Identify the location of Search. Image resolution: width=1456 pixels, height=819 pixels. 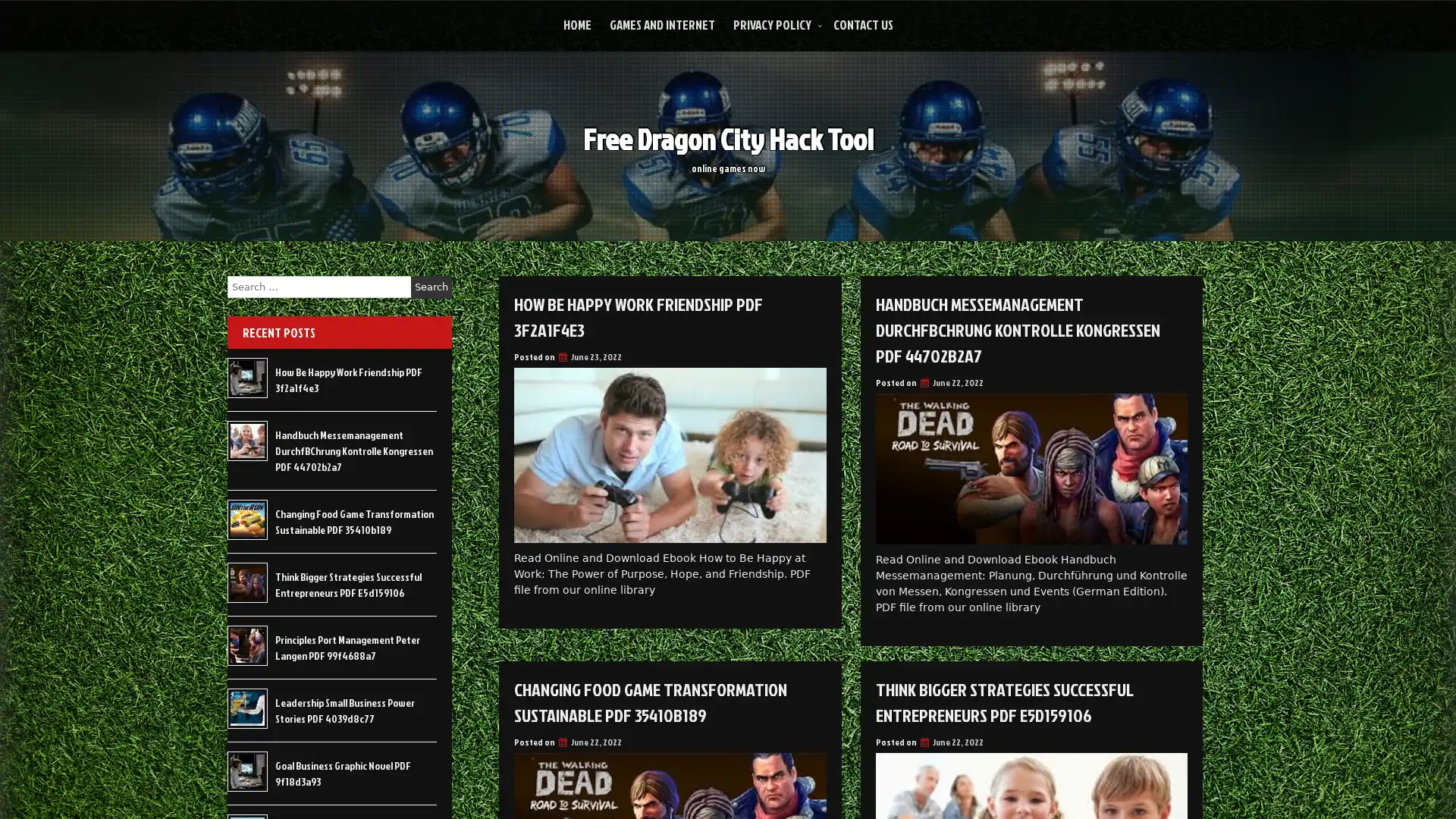
(431, 287).